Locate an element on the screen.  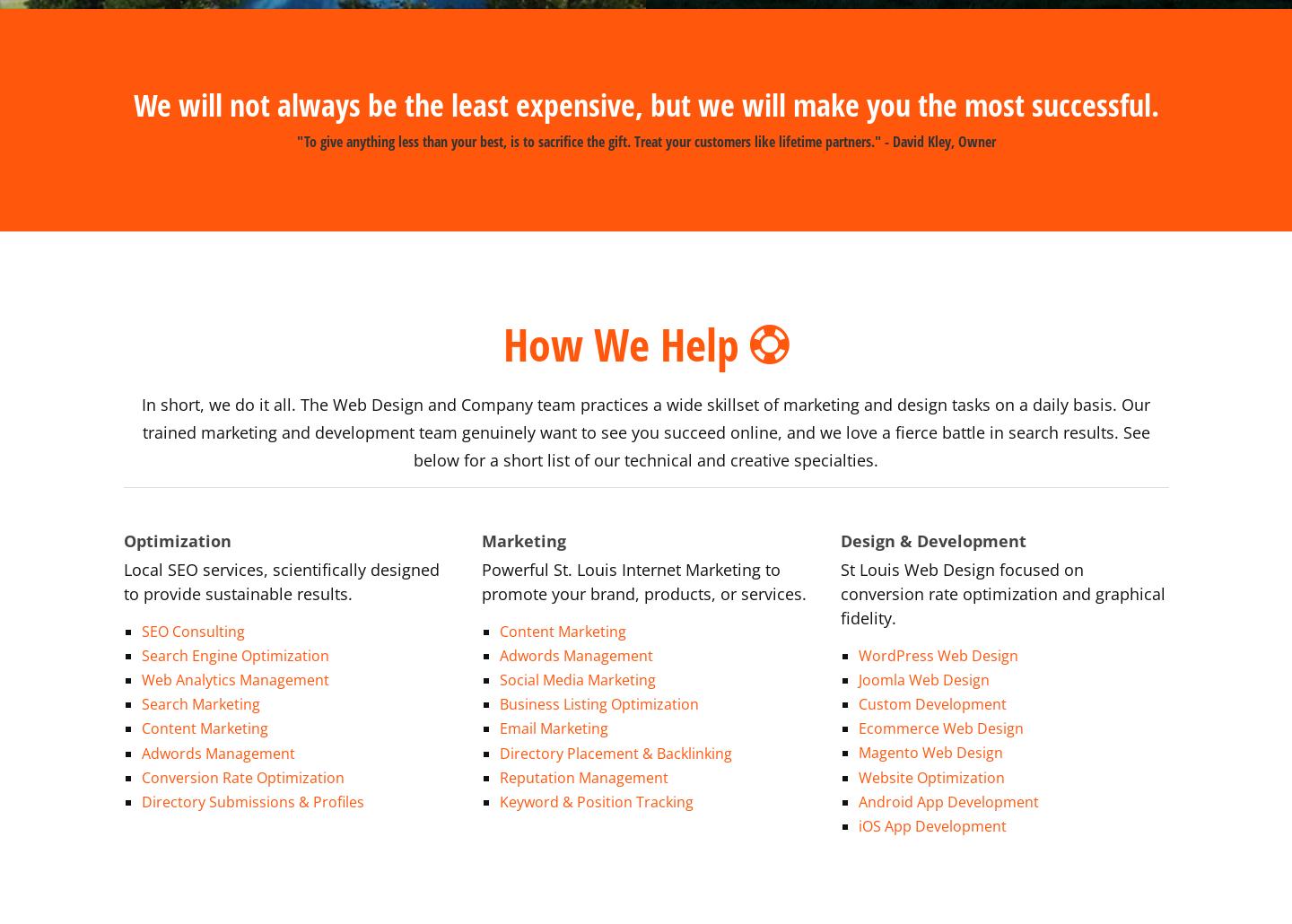
'In short, we do it all. The Web Design and Company team practices a wide skillset of marketing and design tasks on a daily basis. Our trained marketing and development team genuinely want to see you succeed online, and we love a fierce battle in search results.  See below for a short list of our technical and creative specialties.' is located at coordinates (646, 409).